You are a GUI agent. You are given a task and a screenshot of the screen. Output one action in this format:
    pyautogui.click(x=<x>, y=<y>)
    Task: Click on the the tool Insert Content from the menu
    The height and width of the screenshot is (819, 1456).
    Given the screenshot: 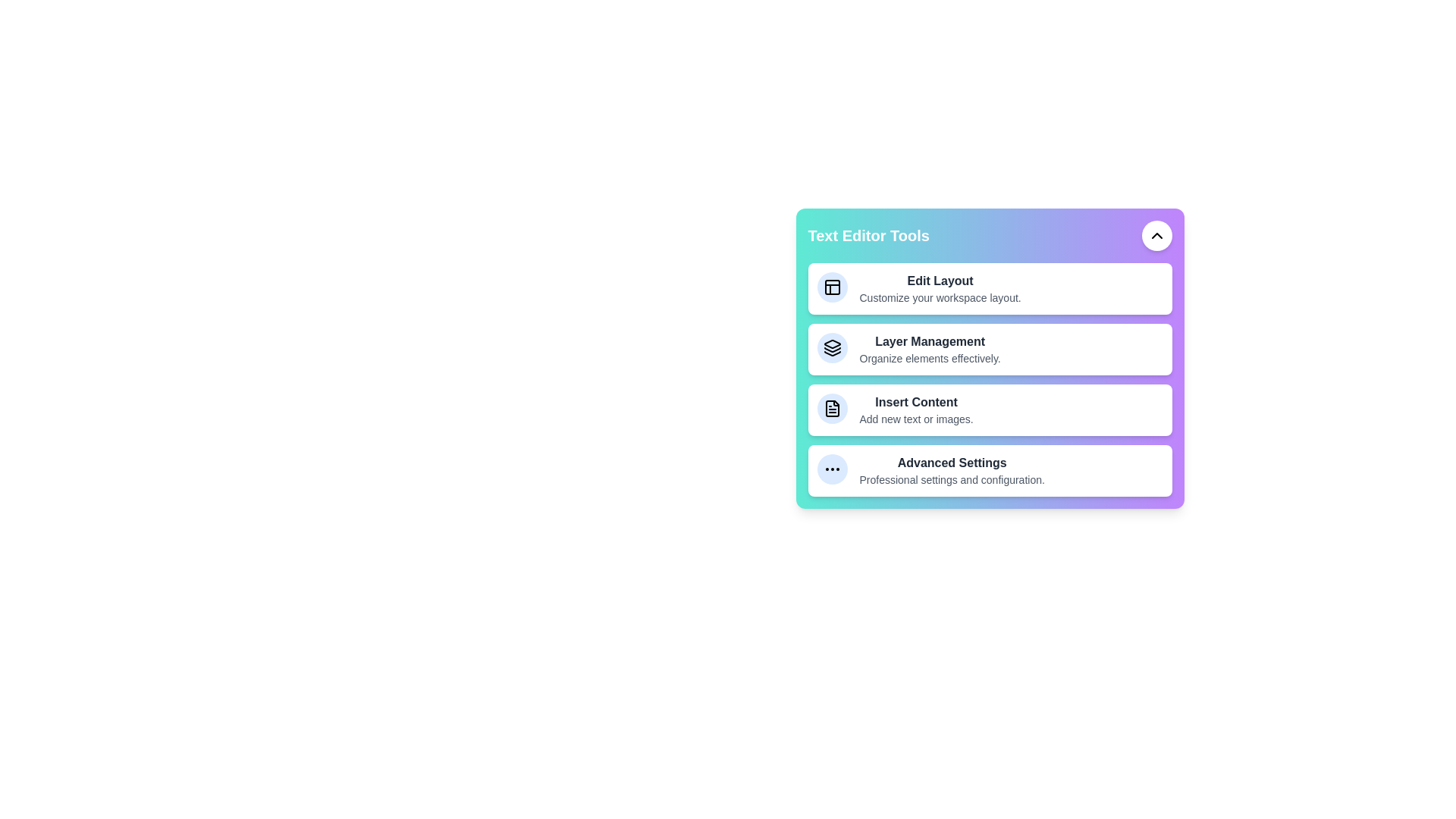 What is the action you would take?
    pyautogui.click(x=910, y=385)
    